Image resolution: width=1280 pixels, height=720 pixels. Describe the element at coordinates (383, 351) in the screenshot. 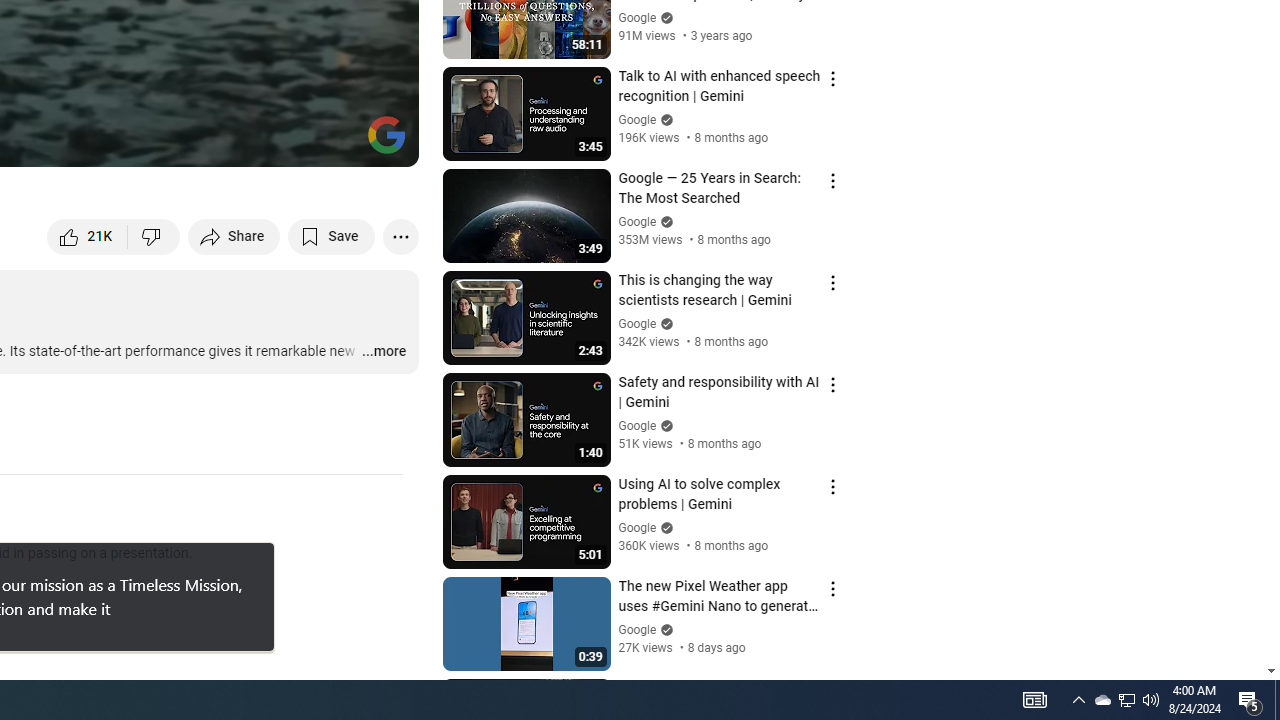

I see `'...more'` at that location.